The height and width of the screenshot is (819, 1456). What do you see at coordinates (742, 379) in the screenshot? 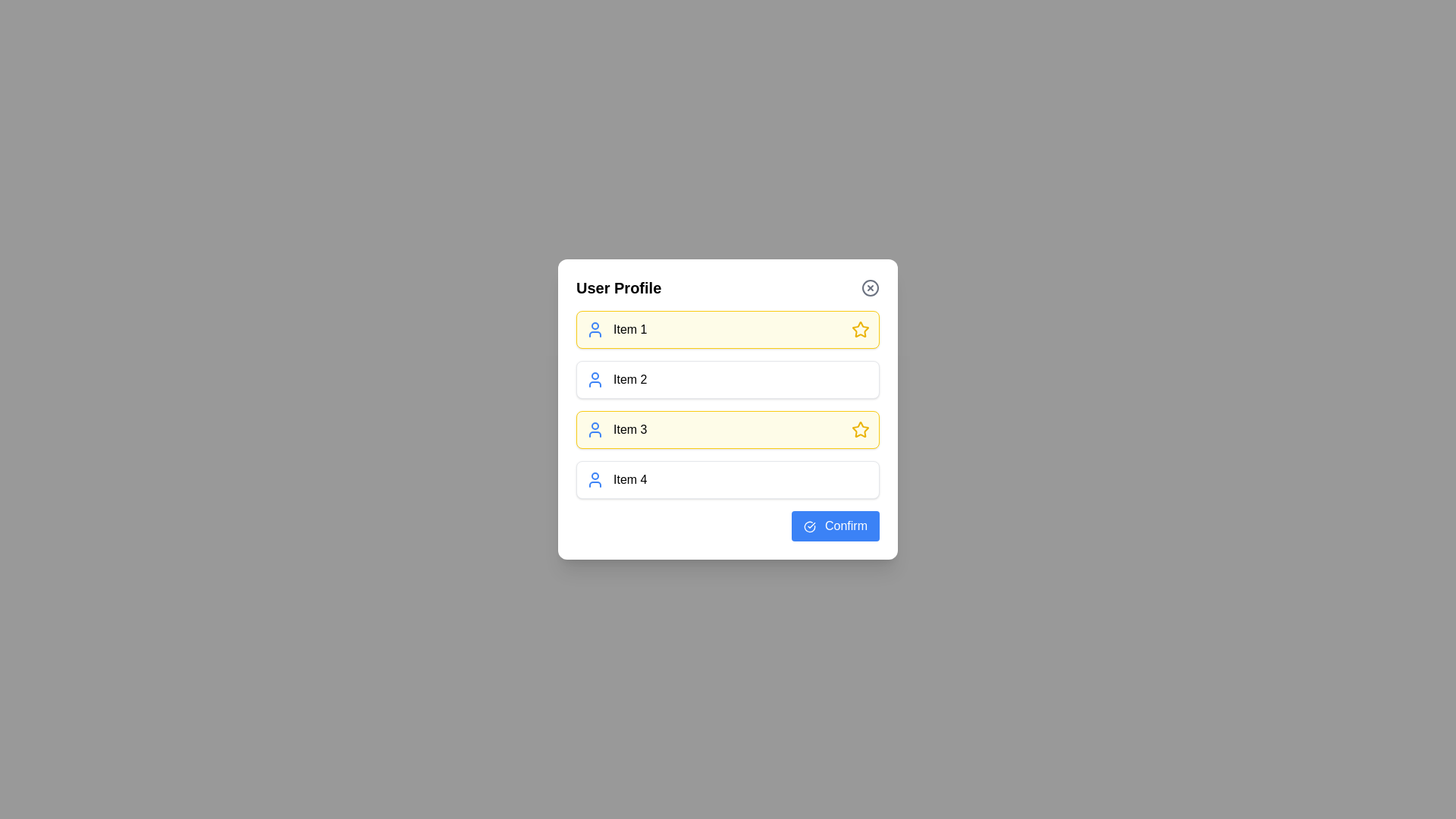
I see `the static text label displaying 'Item 2'` at bounding box center [742, 379].